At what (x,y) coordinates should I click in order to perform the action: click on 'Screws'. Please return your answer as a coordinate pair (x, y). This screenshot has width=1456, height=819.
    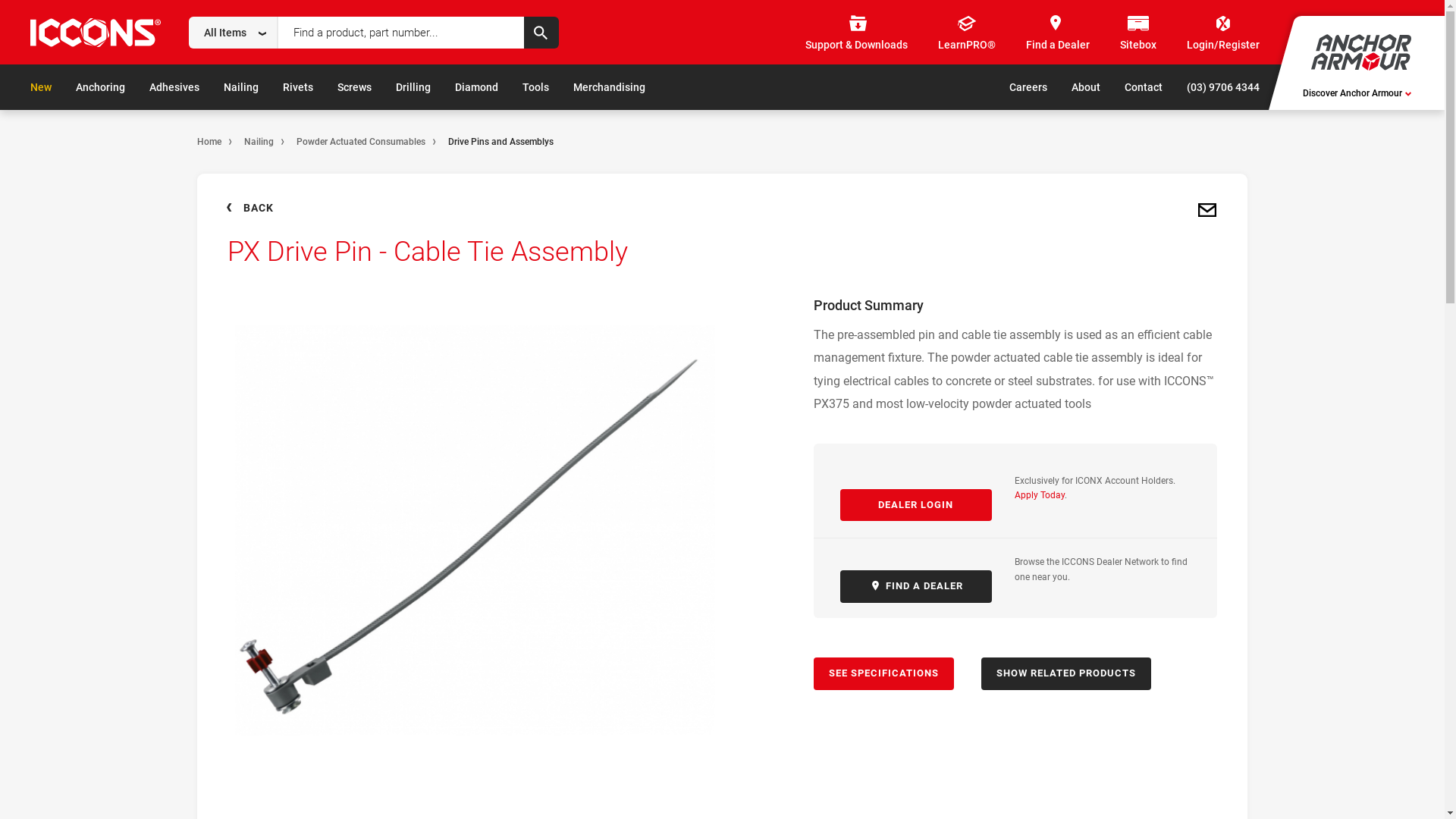
    Looking at the image, I should click on (353, 87).